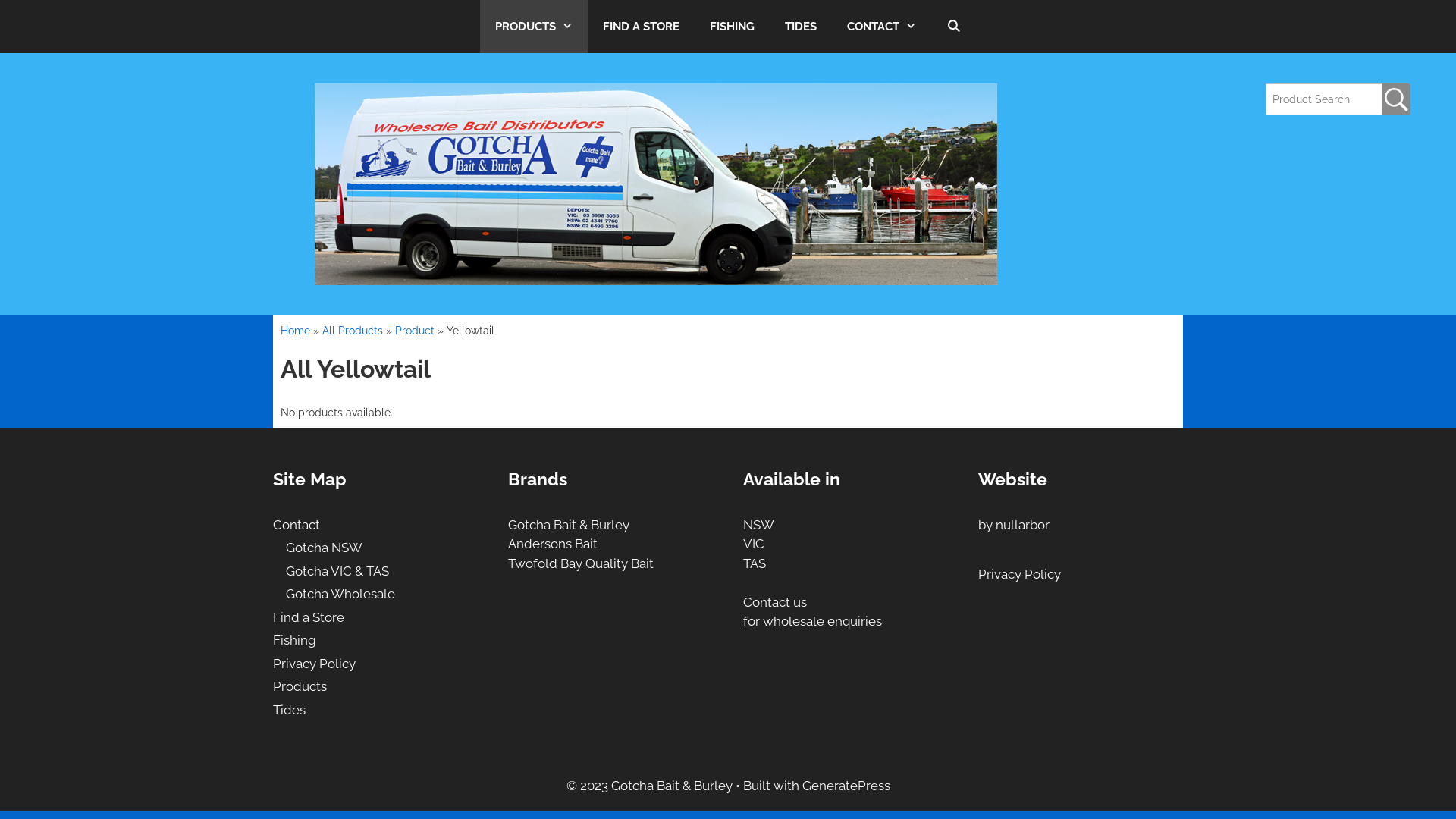  I want to click on 'nullarbor', so click(996, 523).